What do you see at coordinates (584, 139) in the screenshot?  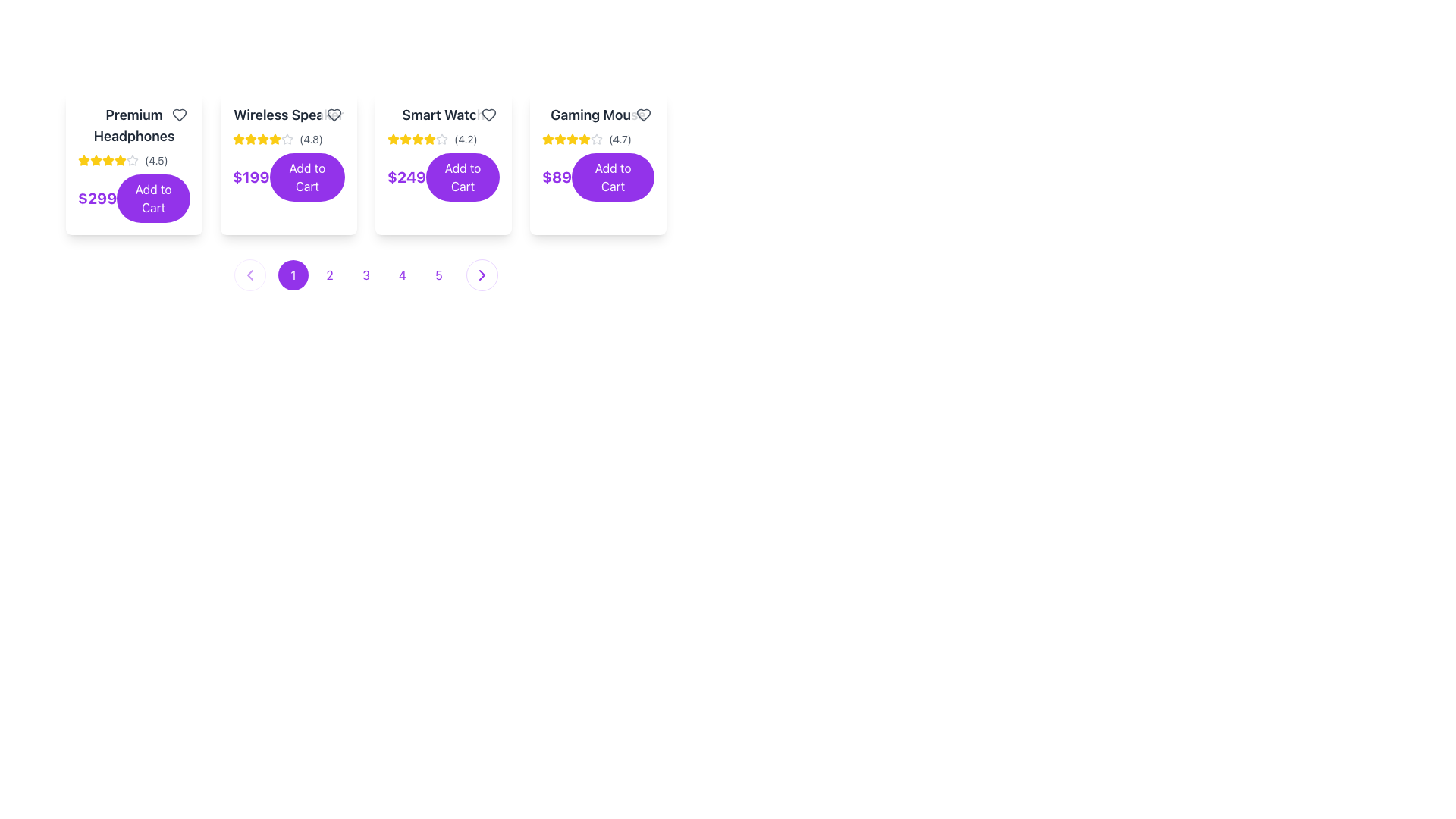 I see `the third yellow star icon in the rating display of the product card titled 'Gaming Mouse'` at bounding box center [584, 139].